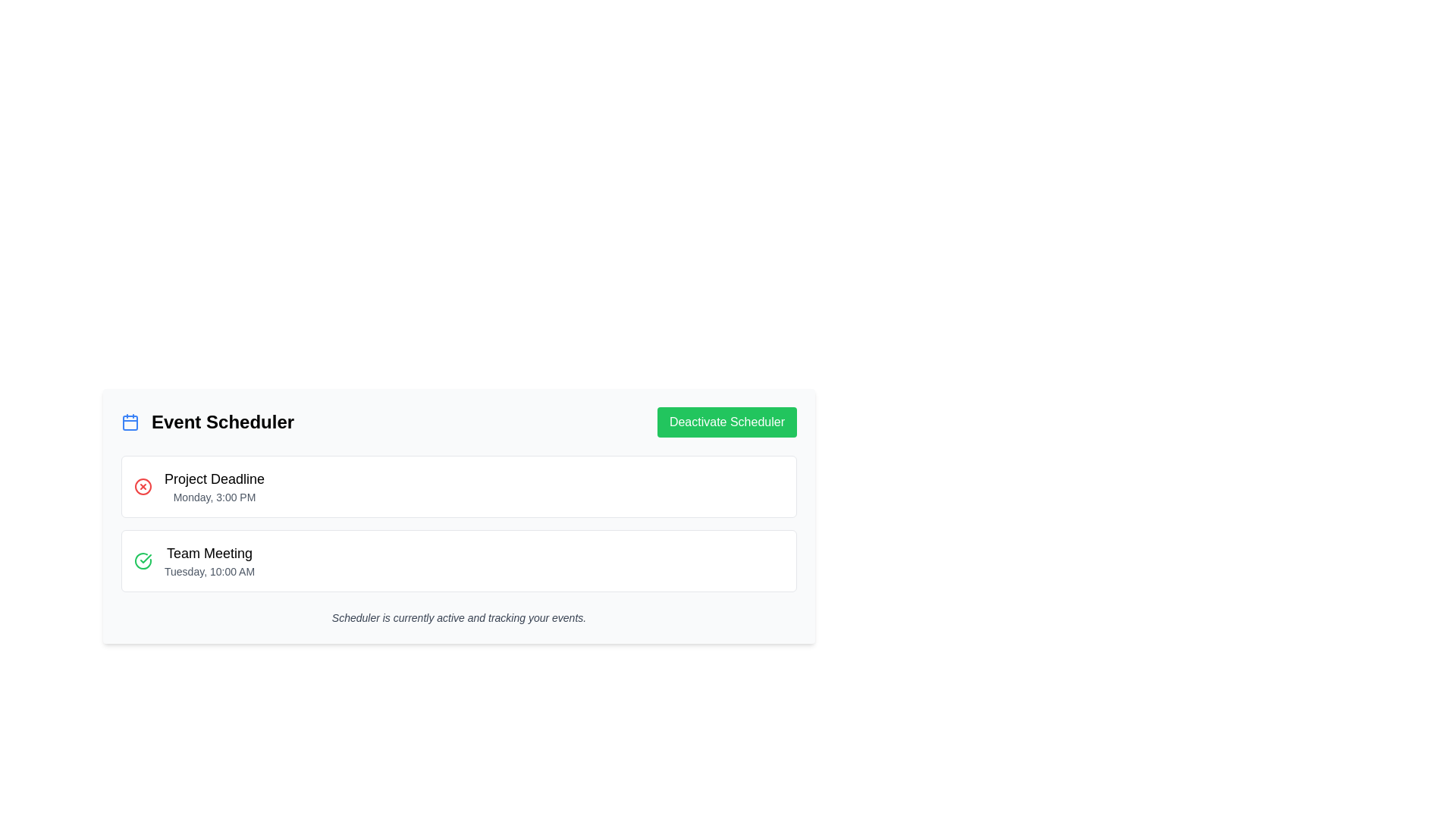  What do you see at coordinates (143, 486) in the screenshot?
I see `the cancellation/error icon located to the left of the 'Project Deadline' heading` at bounding box center [143, 486].